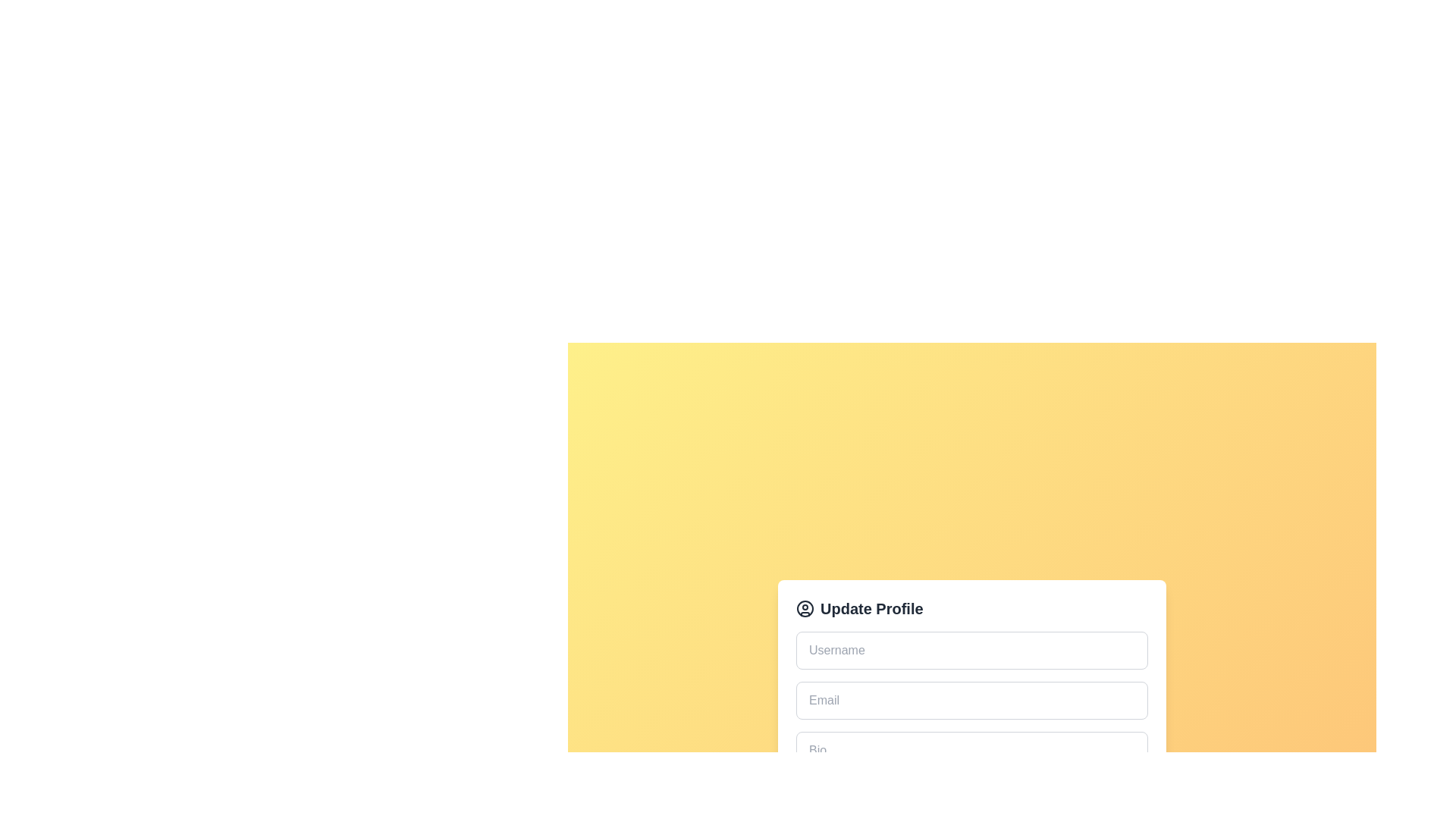  What do you see at coordinates (804, 607) in the screenshot?
I see `the user profile icon associated with the 'Update Profile' section, which is located near the top of the context with a yellow gradient background` at bounding box center [804, 607].